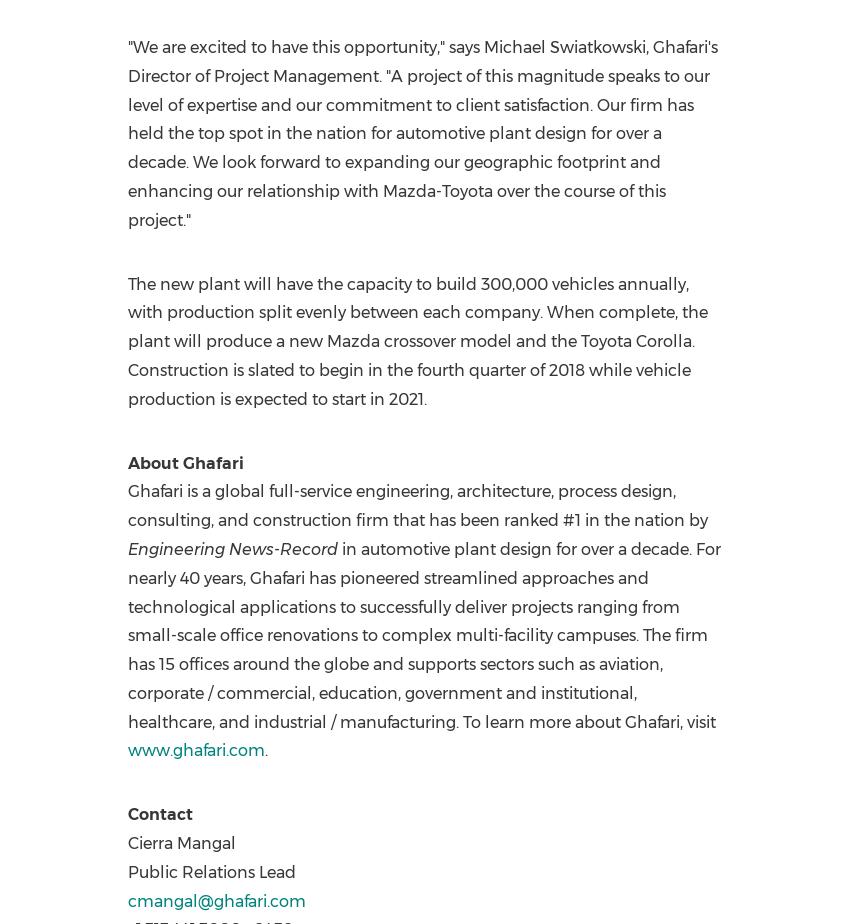  I want to click on 'Michael Swiatkowski', so click(482, 46).